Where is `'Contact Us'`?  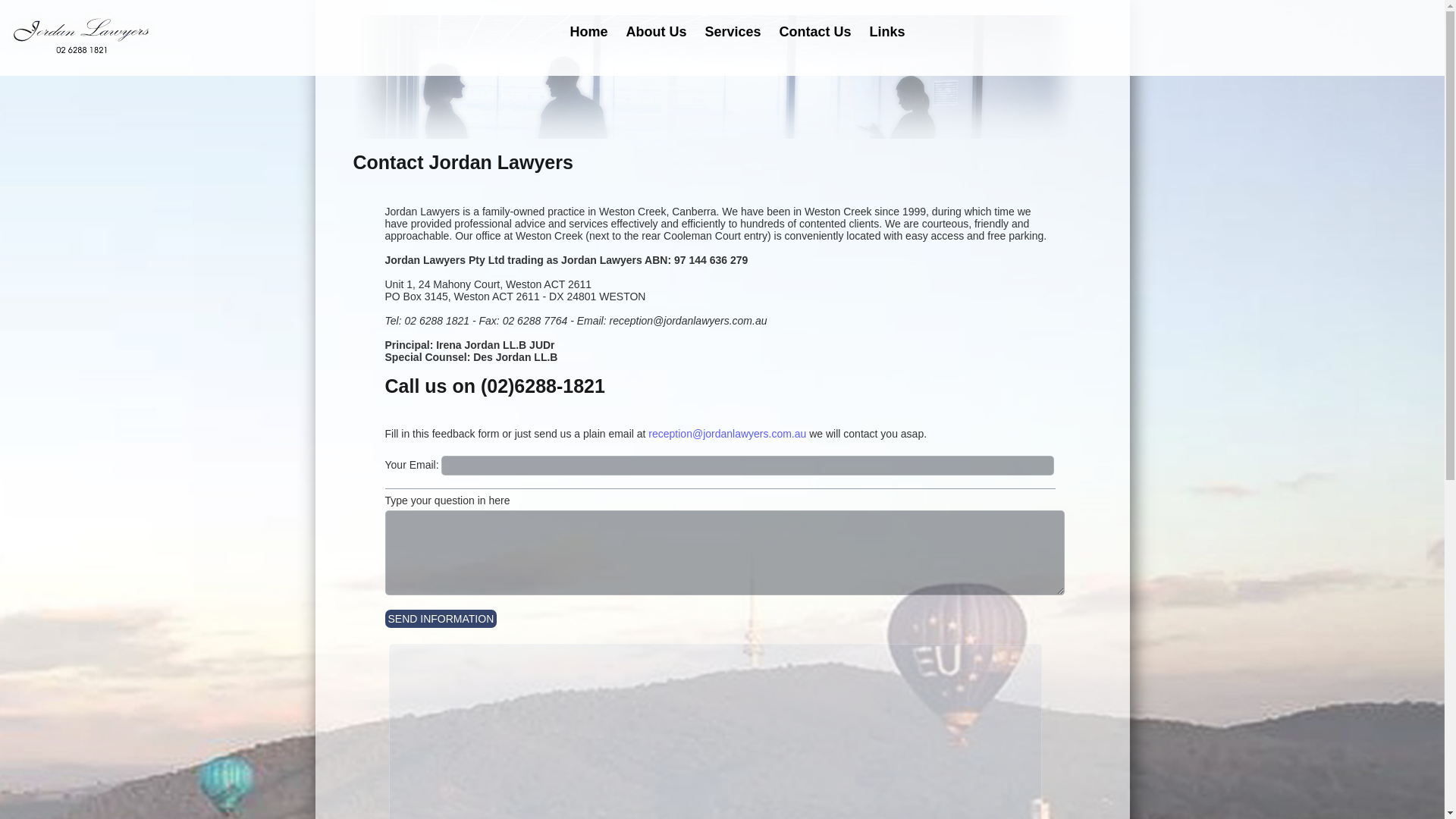
'Contact Us' is located at coordinates (770, 32).